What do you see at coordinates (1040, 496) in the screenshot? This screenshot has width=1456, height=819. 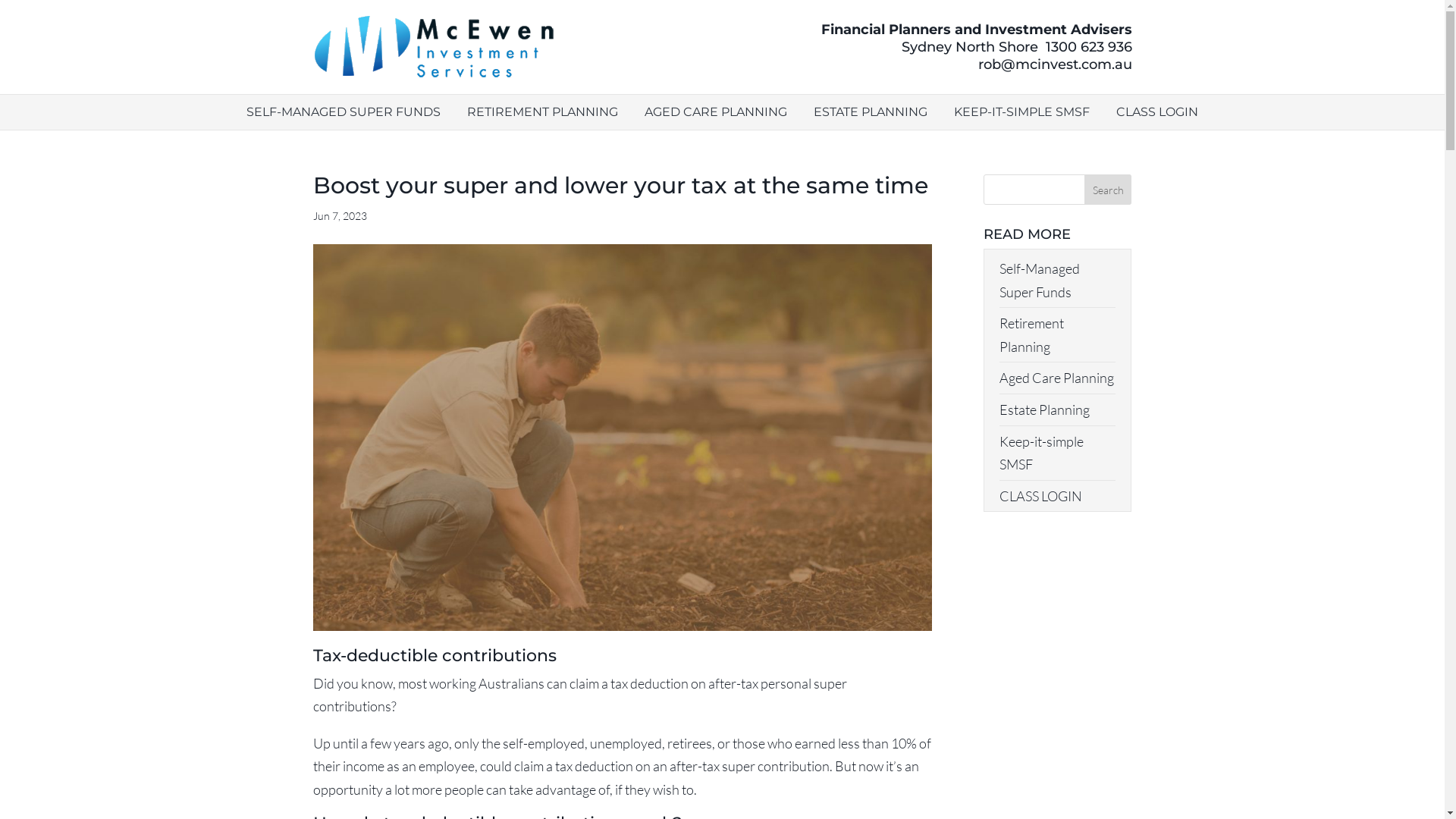 I see `'CLASS LOGIN'` at bounding box center [1040, 496].